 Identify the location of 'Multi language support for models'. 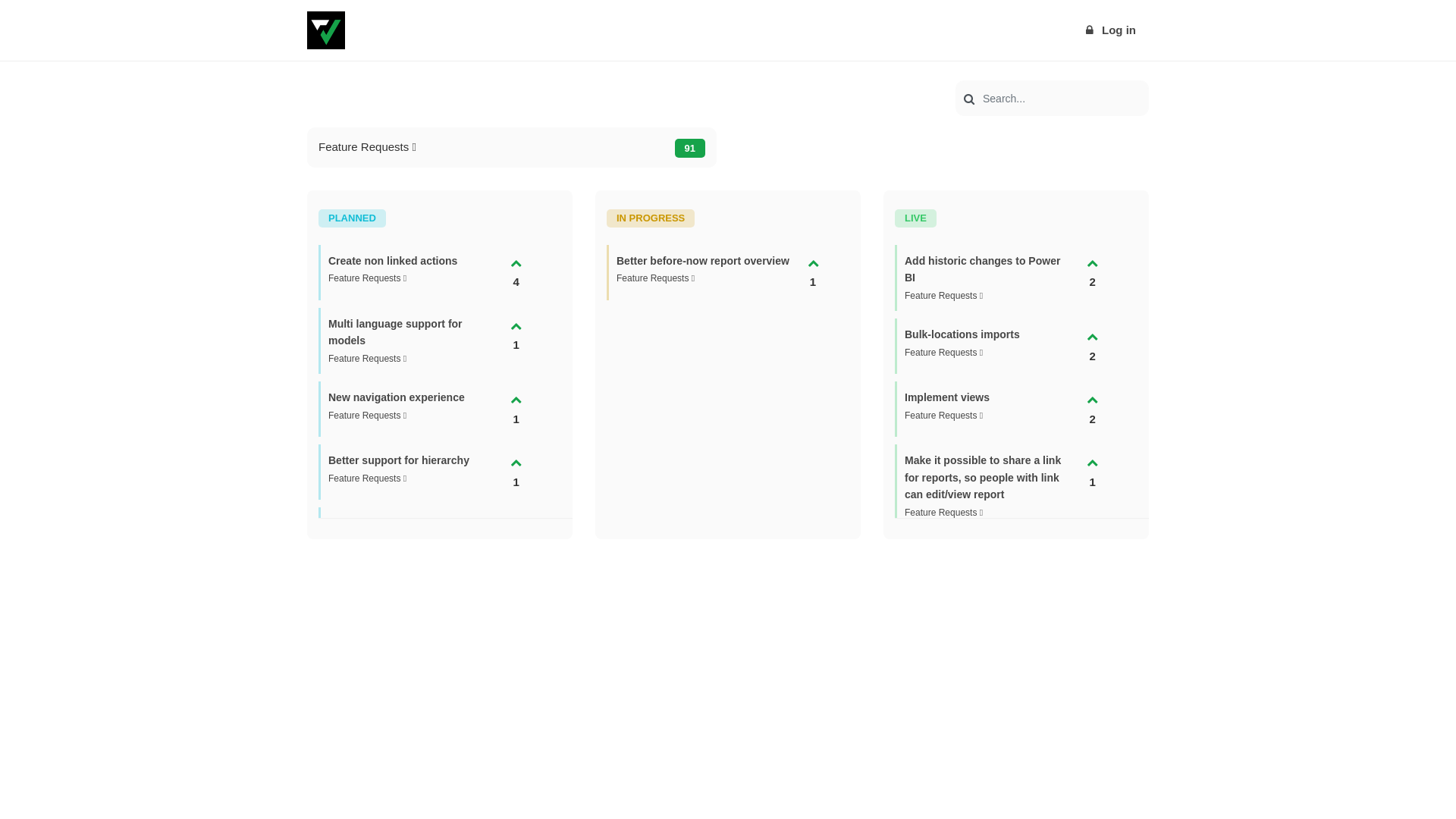
(395, 331).